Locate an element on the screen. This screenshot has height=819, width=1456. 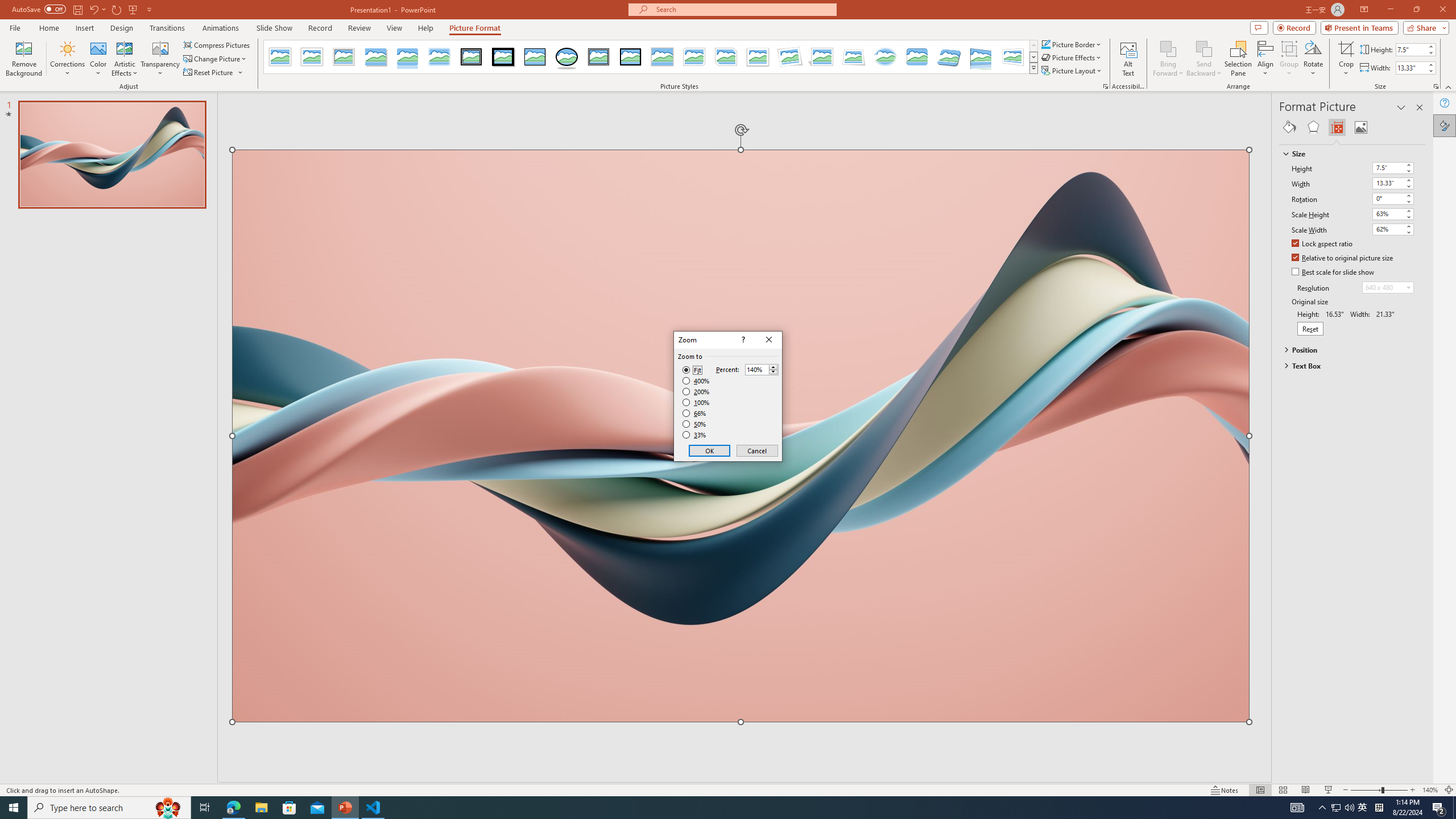
'Rotation' is located at coordinates (1387, 198).